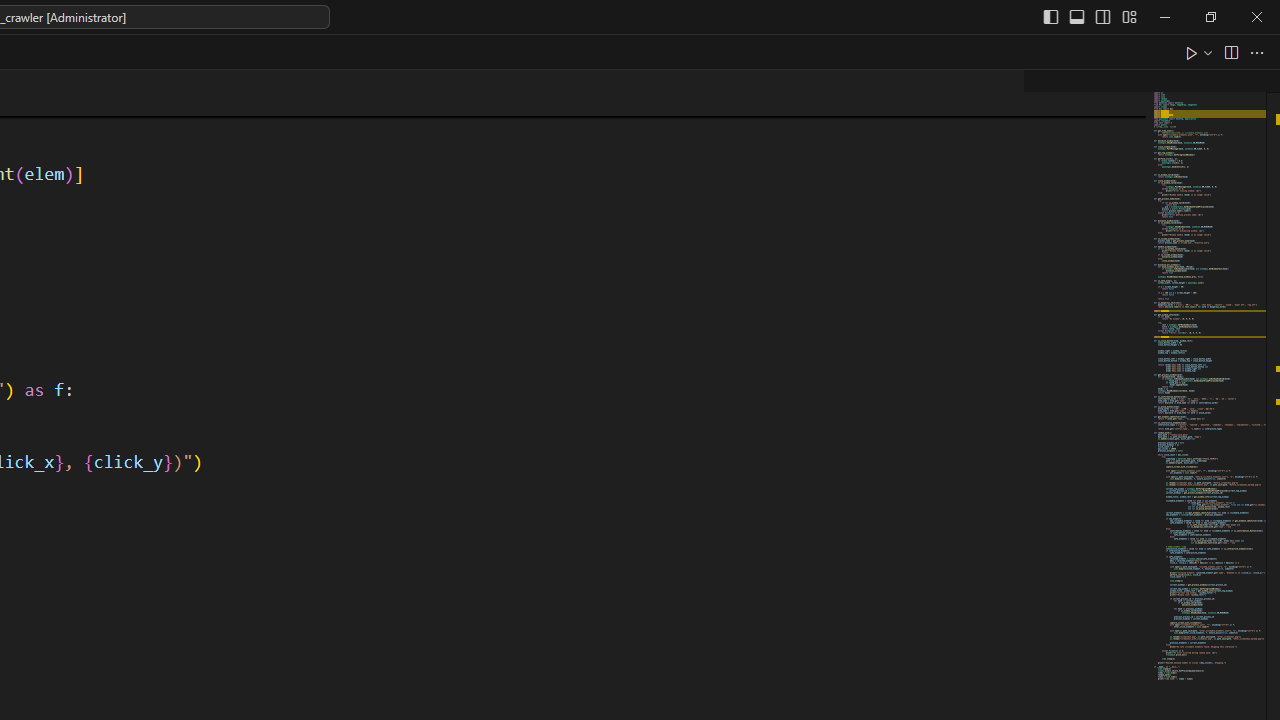 The height and width of the screenshot is (720, 1280). Describe the element at coordinates (1192, 51) in the screenshot. I see `'Run Python File'` at that location.